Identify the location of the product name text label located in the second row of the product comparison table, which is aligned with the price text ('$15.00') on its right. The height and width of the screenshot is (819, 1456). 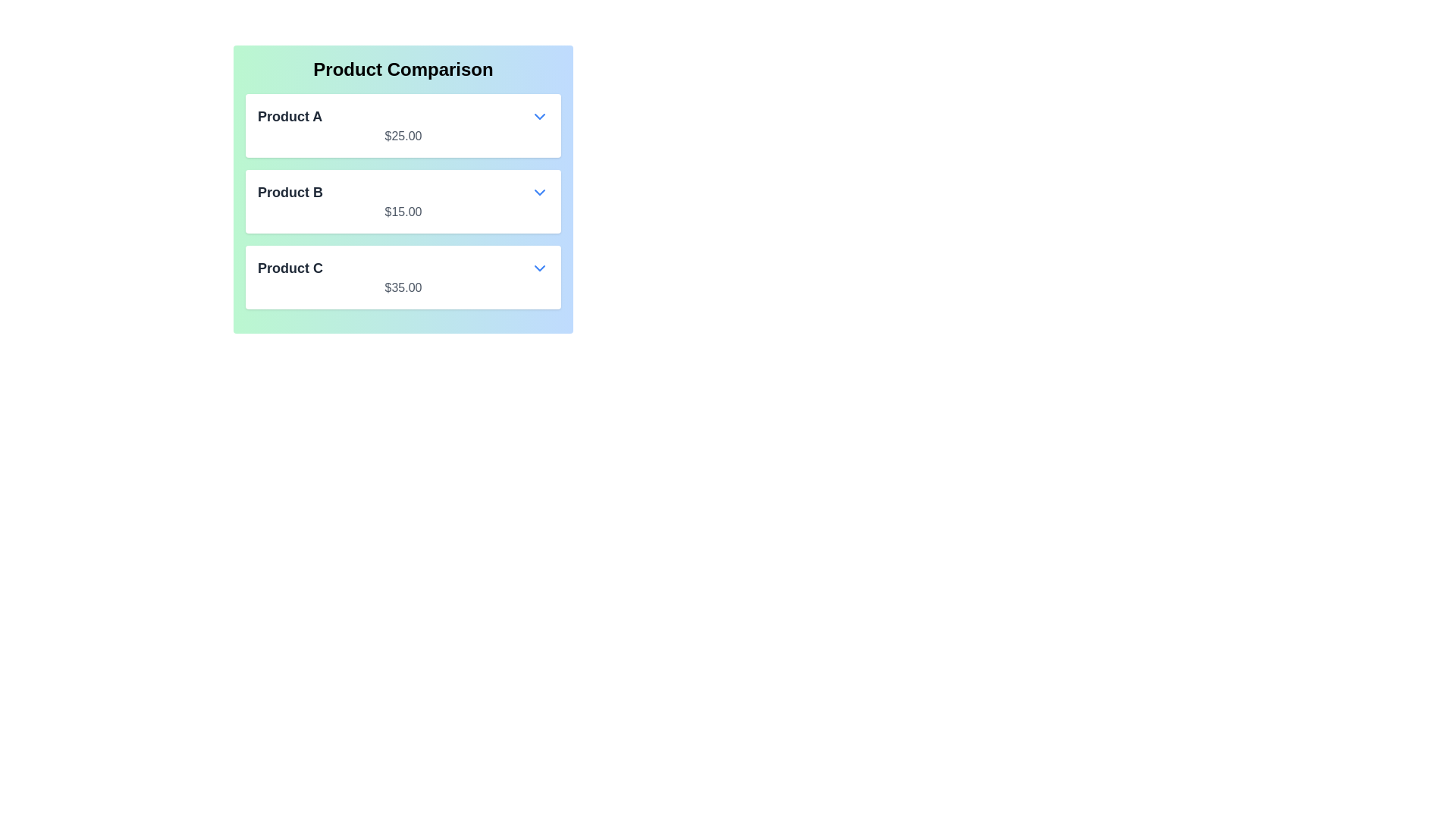
(290, 192).